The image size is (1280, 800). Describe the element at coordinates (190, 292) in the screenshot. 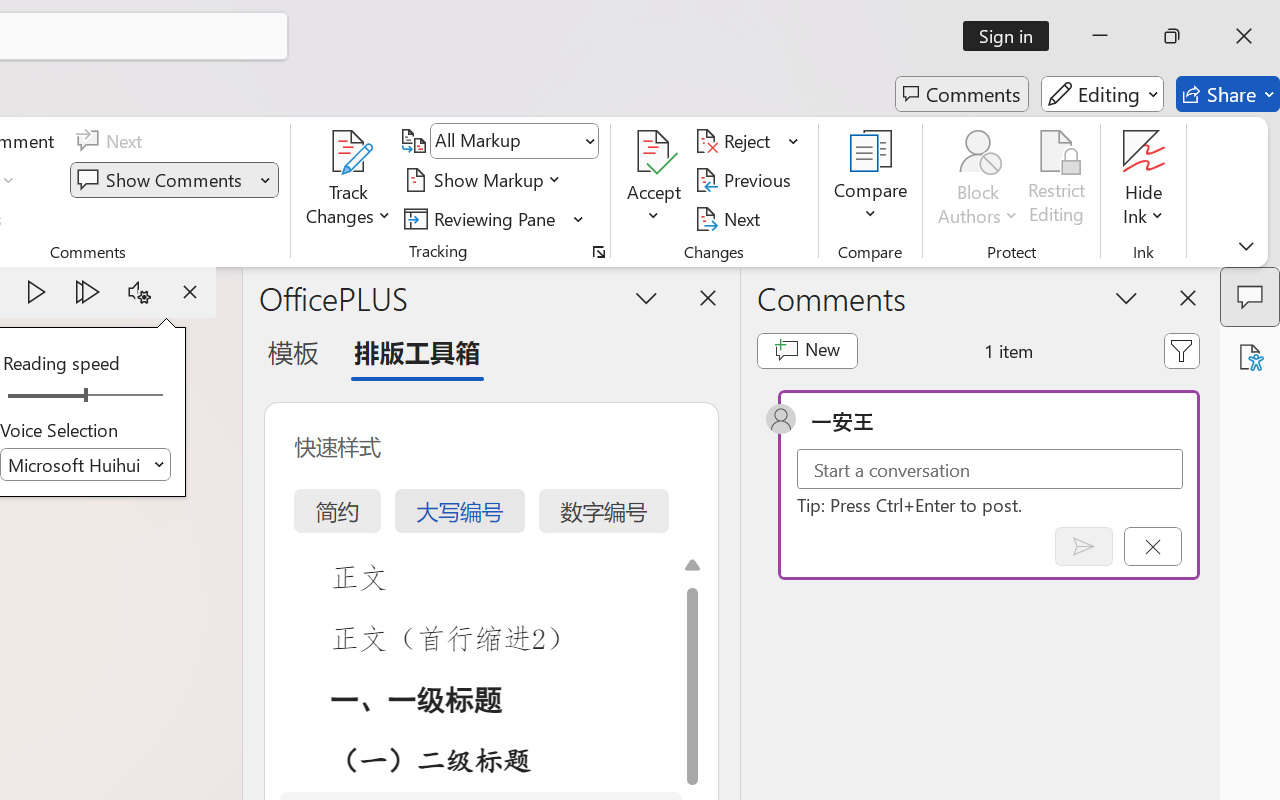

I see `'Stop'` at that location.